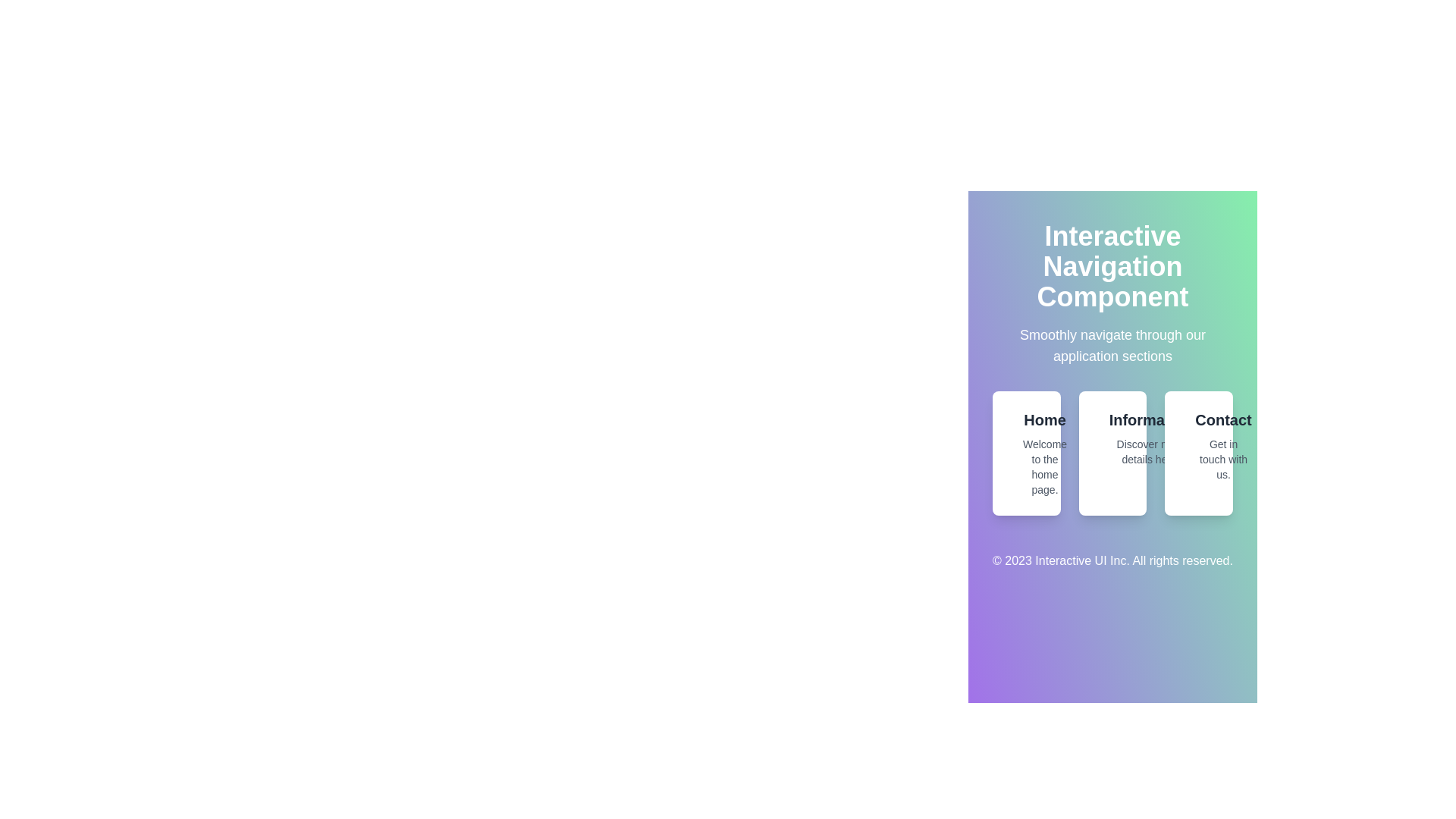 The width and height of the screenshot is (1456, 819). Describe the element at coordinates (1150, 438) in the screenshot. I see `the 'Information' text group within the card component` at that location.